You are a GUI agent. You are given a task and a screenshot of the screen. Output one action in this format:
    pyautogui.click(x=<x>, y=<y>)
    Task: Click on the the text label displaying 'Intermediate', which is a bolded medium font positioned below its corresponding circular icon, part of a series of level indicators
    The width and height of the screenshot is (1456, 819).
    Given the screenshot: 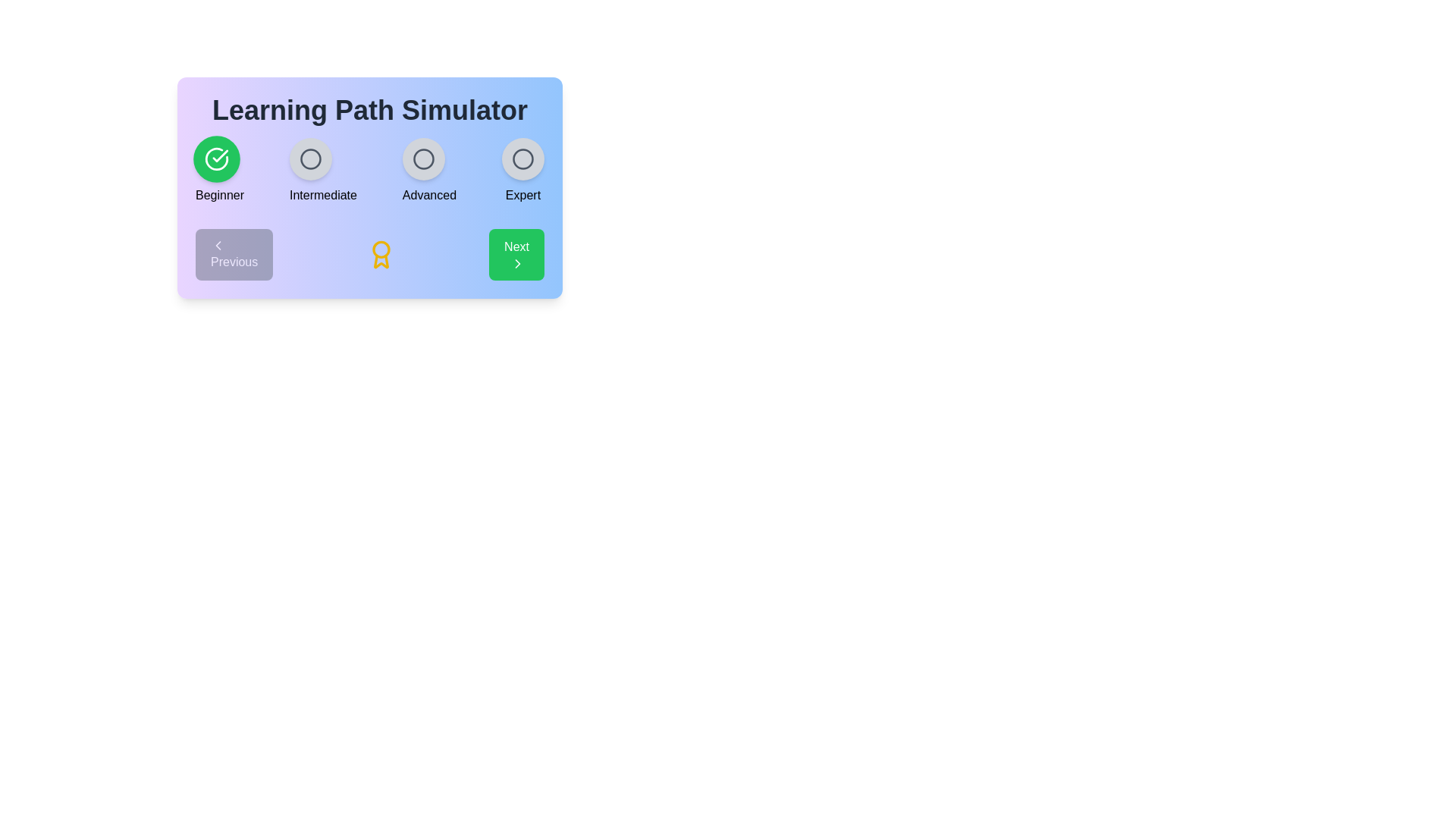 What is the action you would take?
    pyautogui.click(x=322, y=194)
    